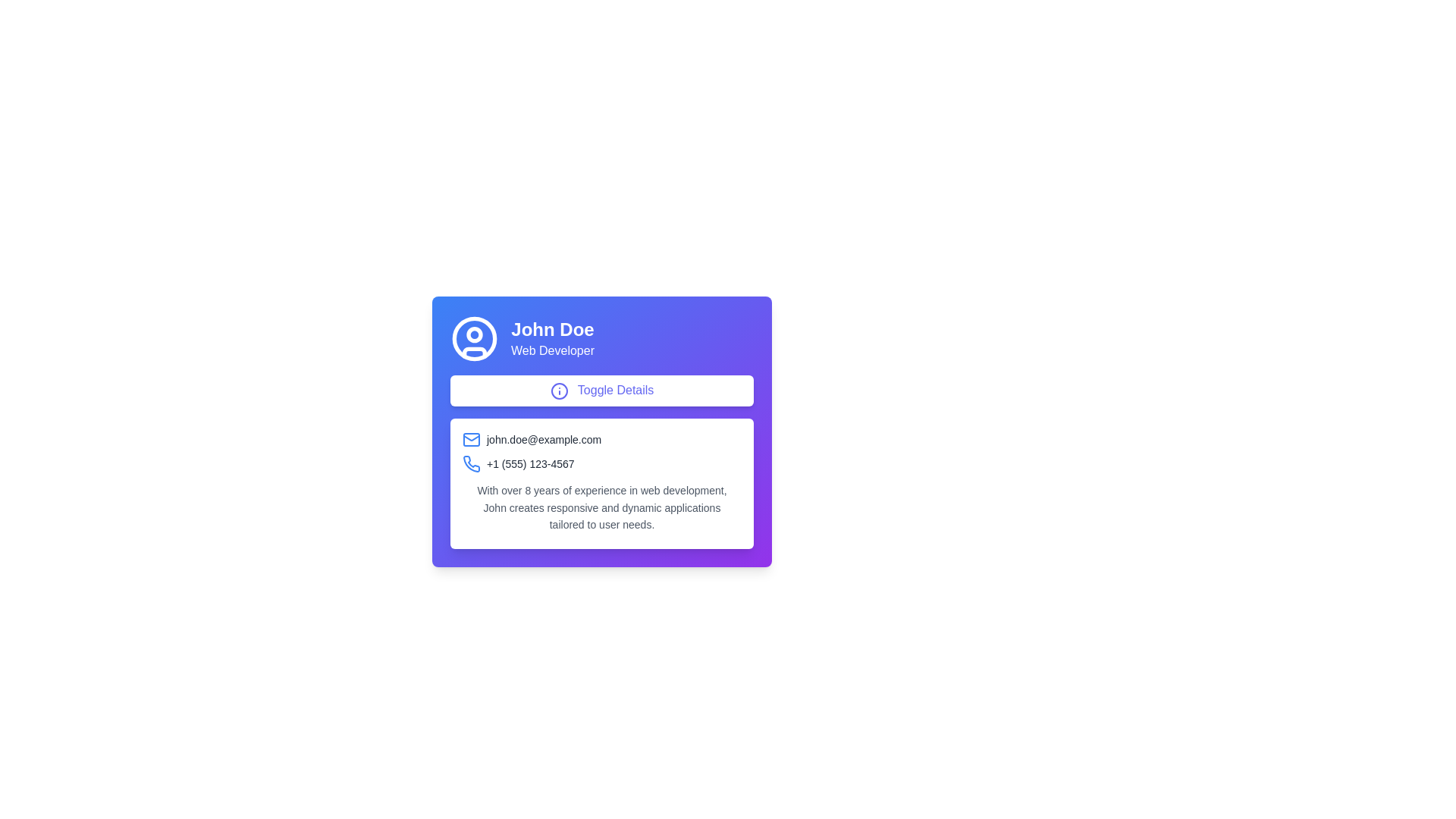 The width and height of the screenshot is (1456, 819). Describe the element at coordinates (473, 338) in the screenshot. I see `the circular user icon graphic with white outlines on a blue background located in the top-left corner of the user information card, adjacent to the name 'John Doe' and role 'Web Developer'` at that location.